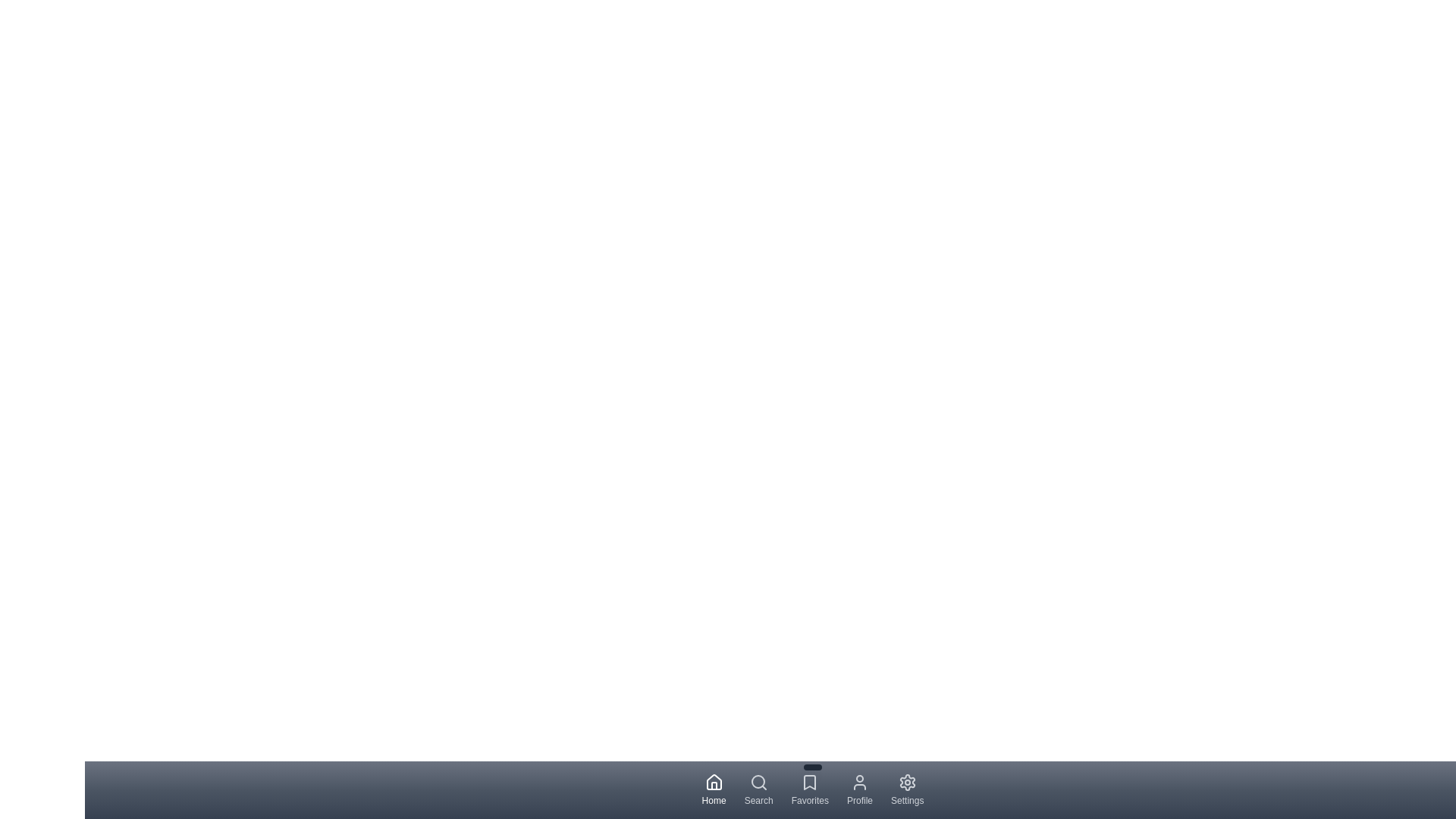 Image resolution: width=1456 pixels, height=819 pixels. I want to click on the navigation tab labeled Favorites to display its tooltip, so click(809, 789).